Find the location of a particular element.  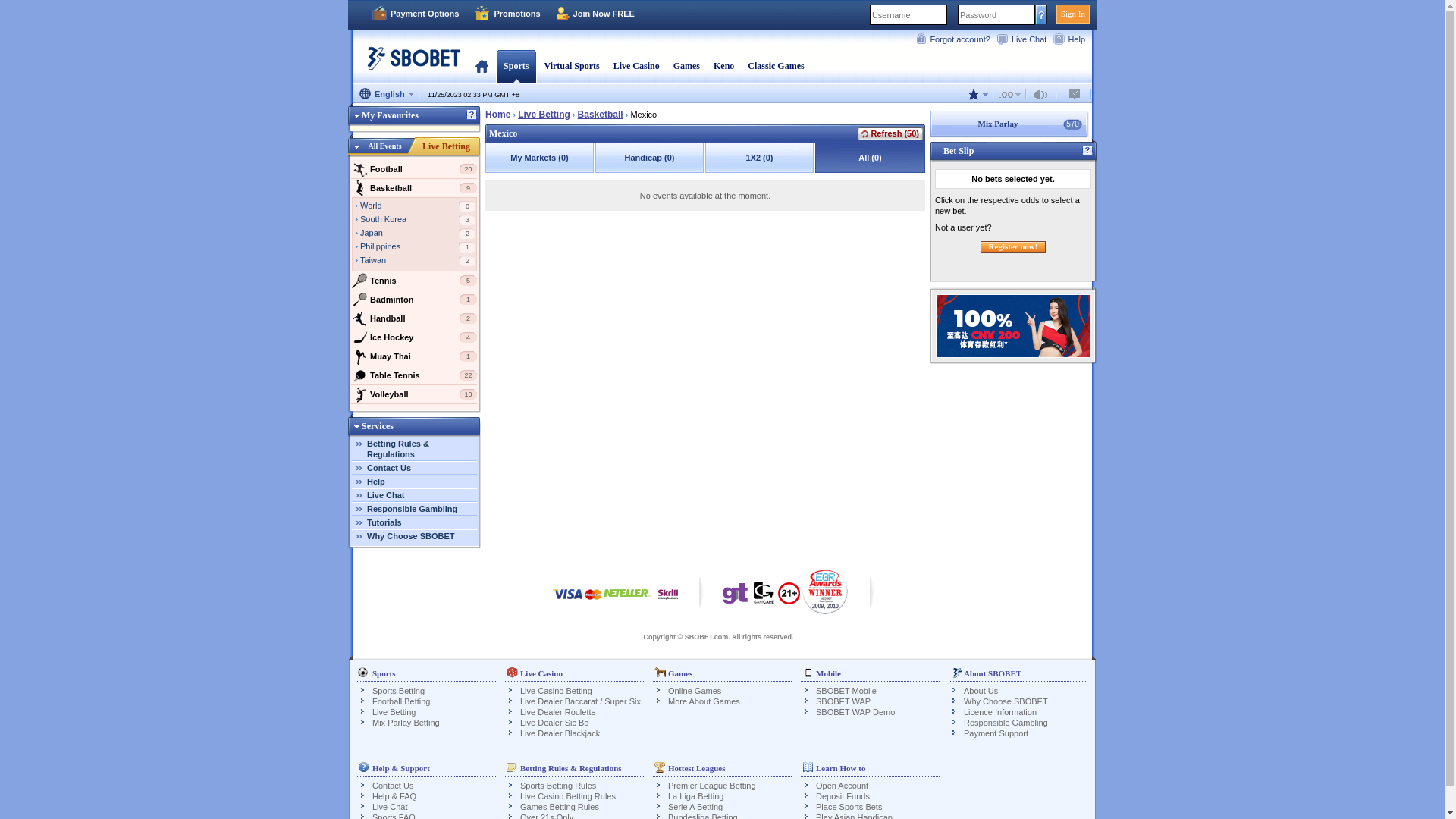

'Japan is located at coordinates (418, 234).